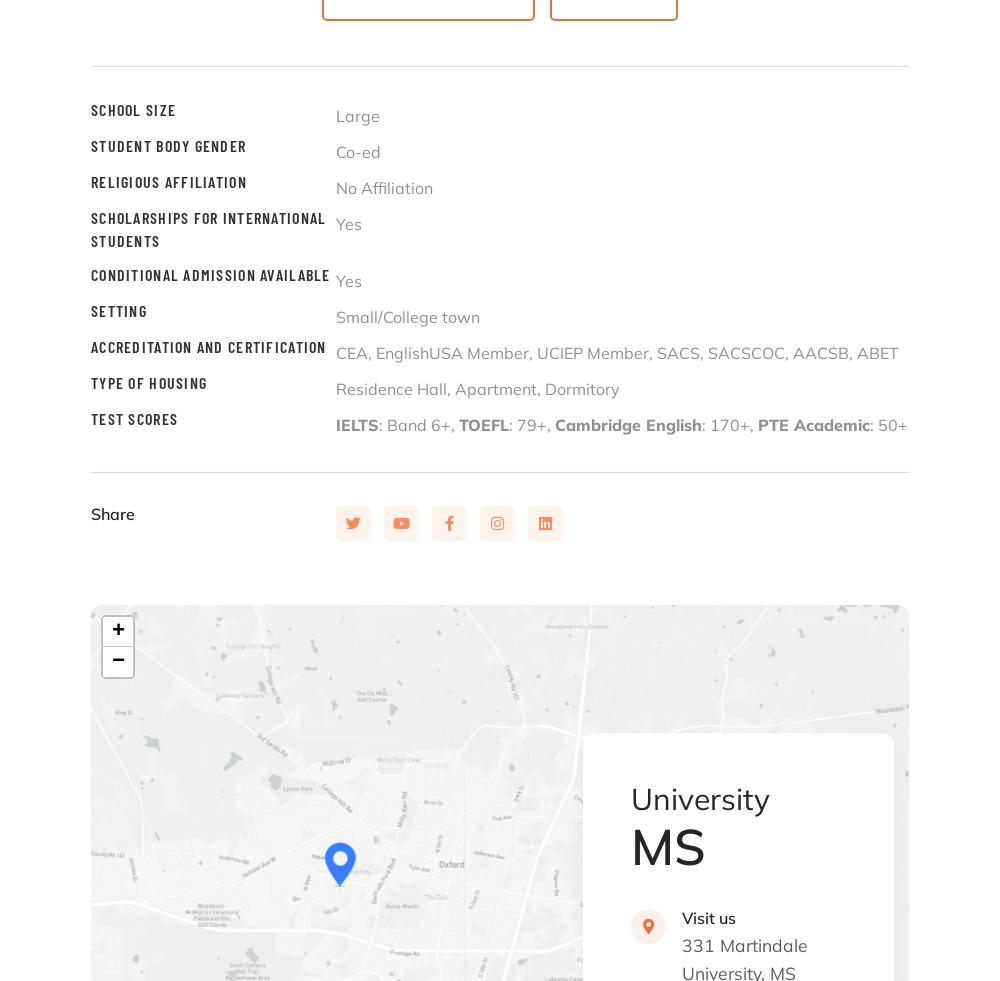 The width and height of the screenshot is (1000, 981). Describe the element at coordinates (356, 423) in the screenshot. I see `'IELTS'` at that location.